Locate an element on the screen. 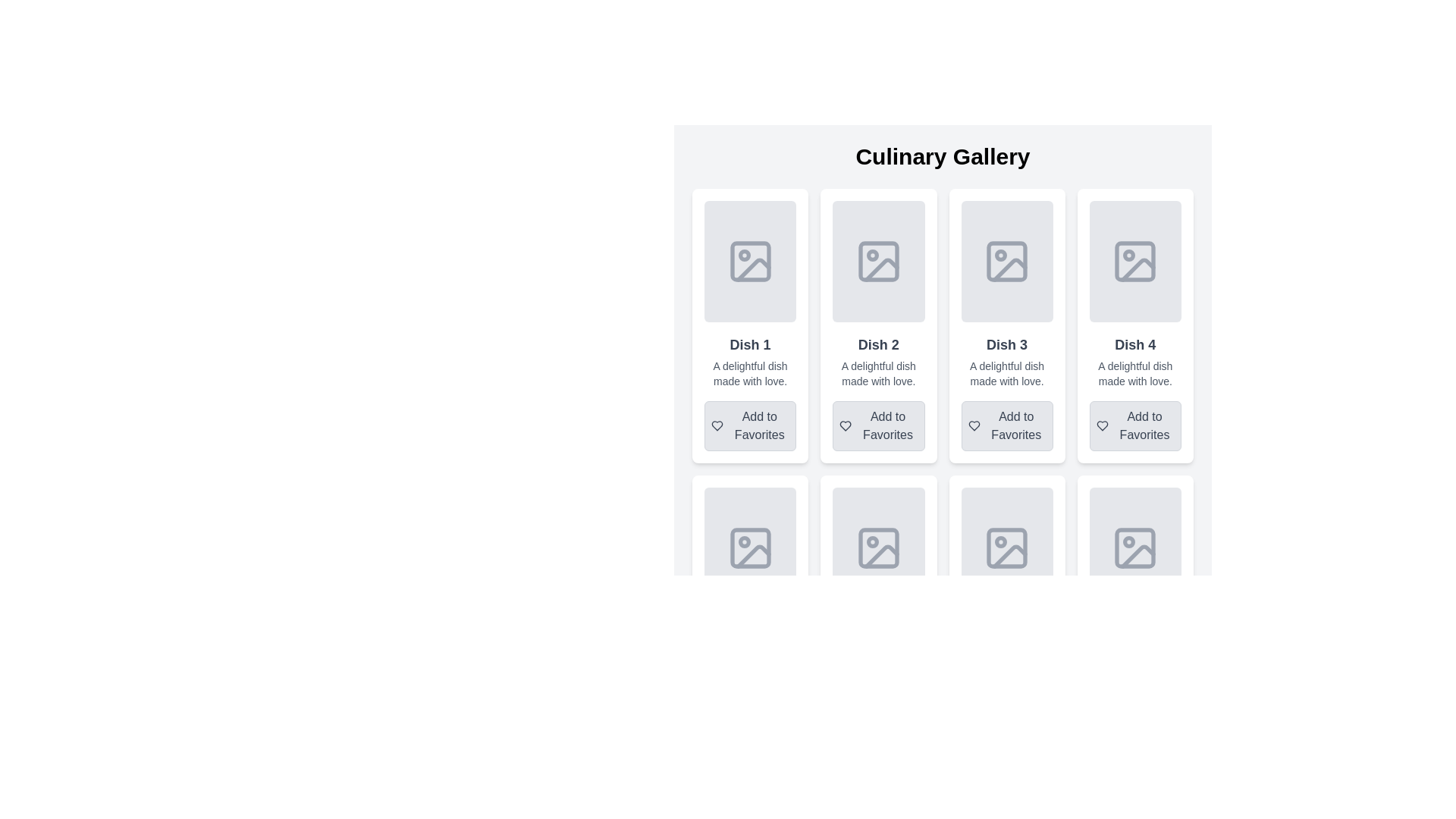 This screenshot has width=1456, height=819. the Image Placeholder element for 'Dish 3', which is a rectangular area with a light gray background and rounded corners, located at the top of the card is located at coordinates (1007, 260).